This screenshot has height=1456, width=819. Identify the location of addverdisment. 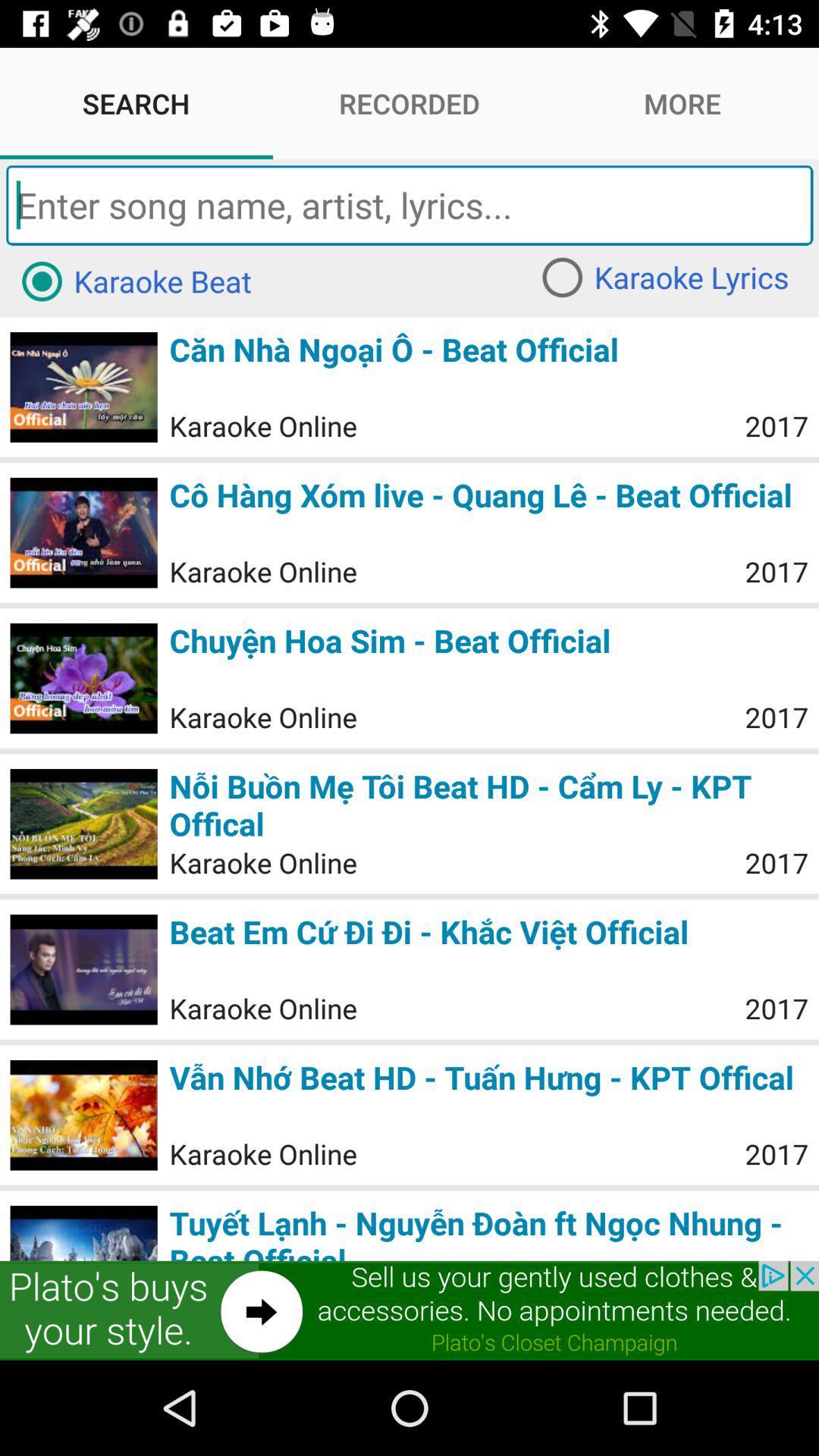
(409, 1310).